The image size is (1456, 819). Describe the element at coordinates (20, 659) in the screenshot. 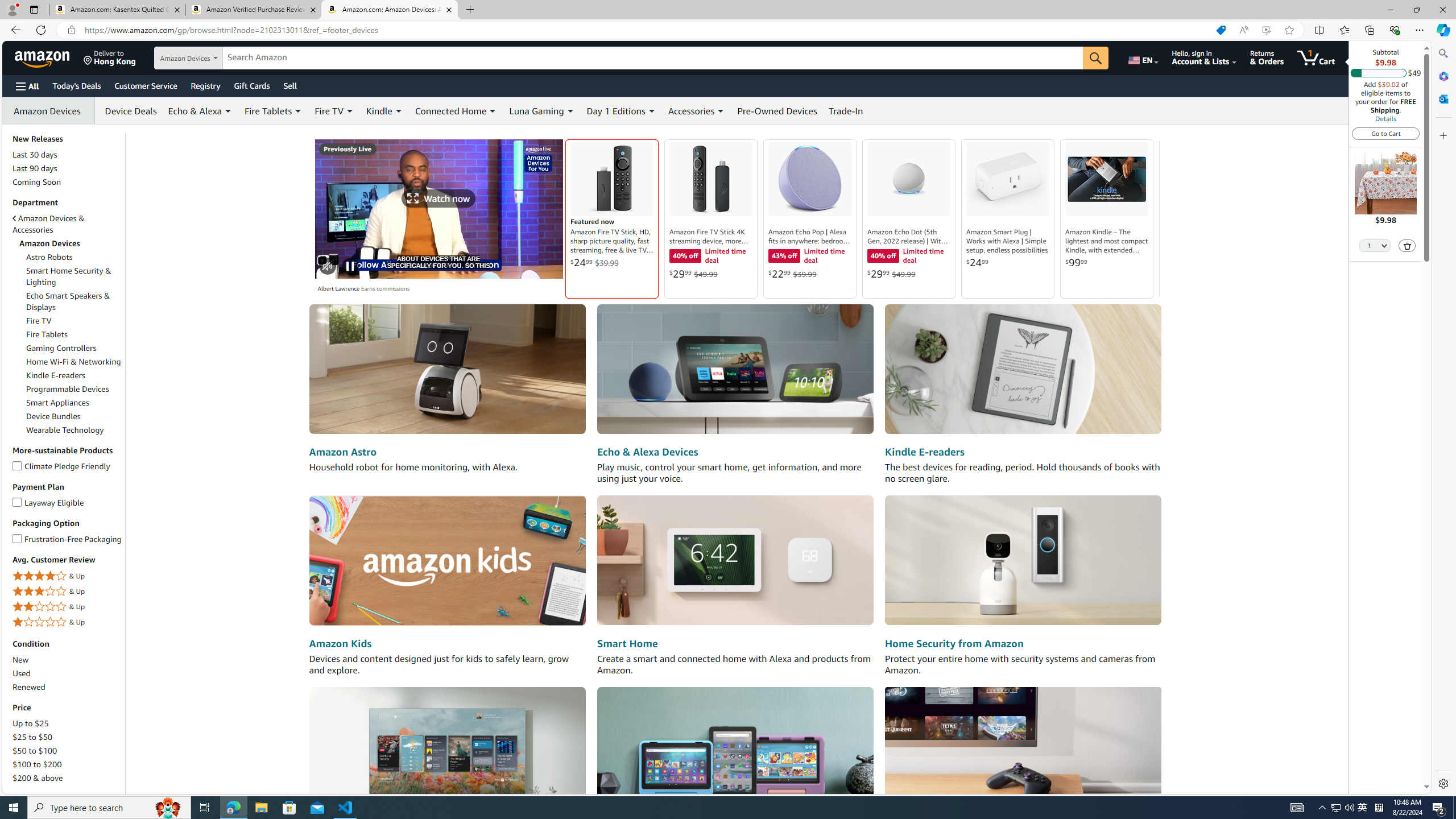

I see `'New'` at that location.